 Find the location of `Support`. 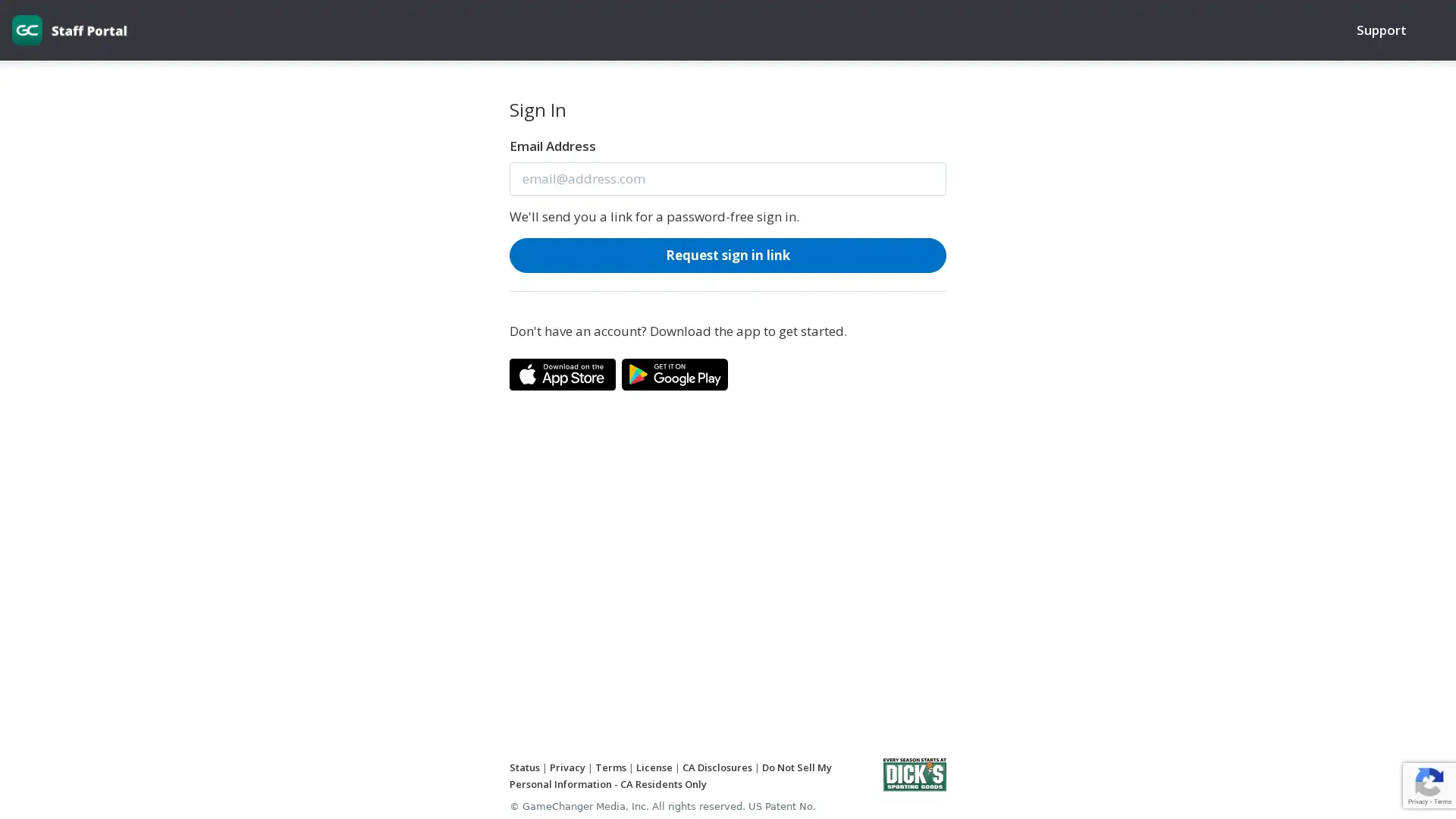

Support is located at coordinates (1380, 30).